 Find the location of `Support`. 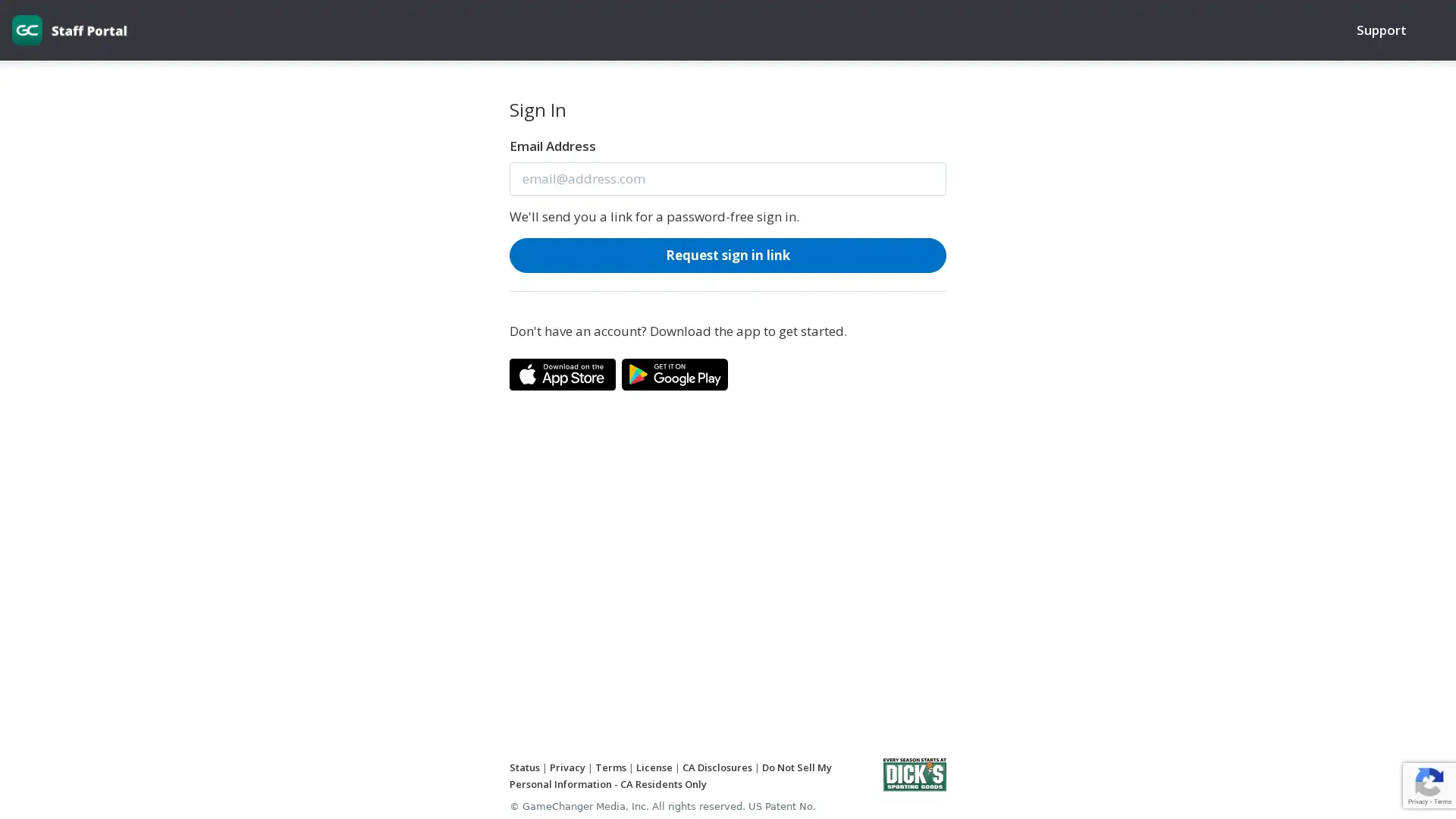

Support is located at coordinates (1380, 30).